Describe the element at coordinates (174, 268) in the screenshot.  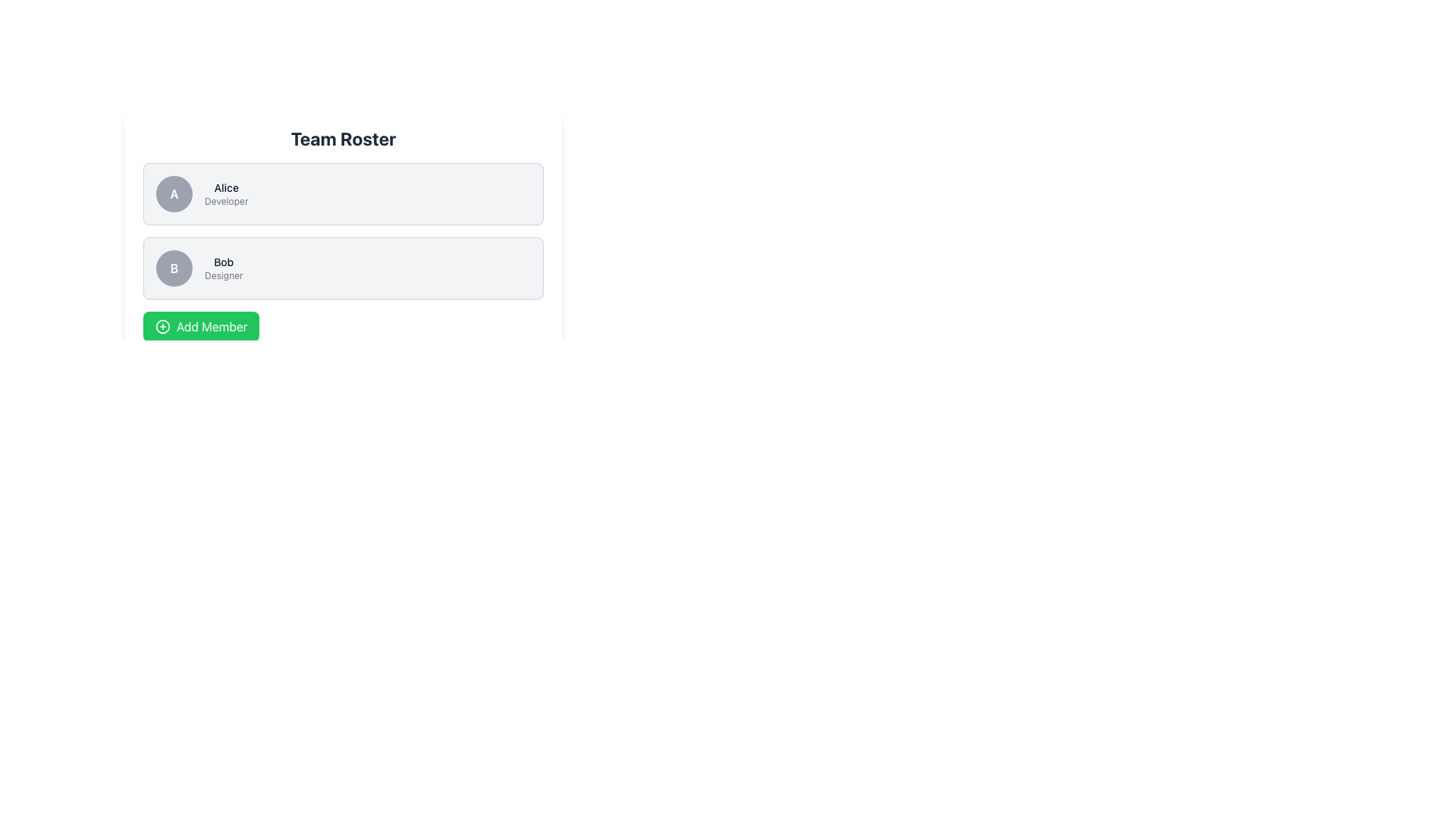
I see `the user avatar placeholder displaying the initial 'B' for the user Bob, located in the second user card of the 'Team Roster' interface` at that location.